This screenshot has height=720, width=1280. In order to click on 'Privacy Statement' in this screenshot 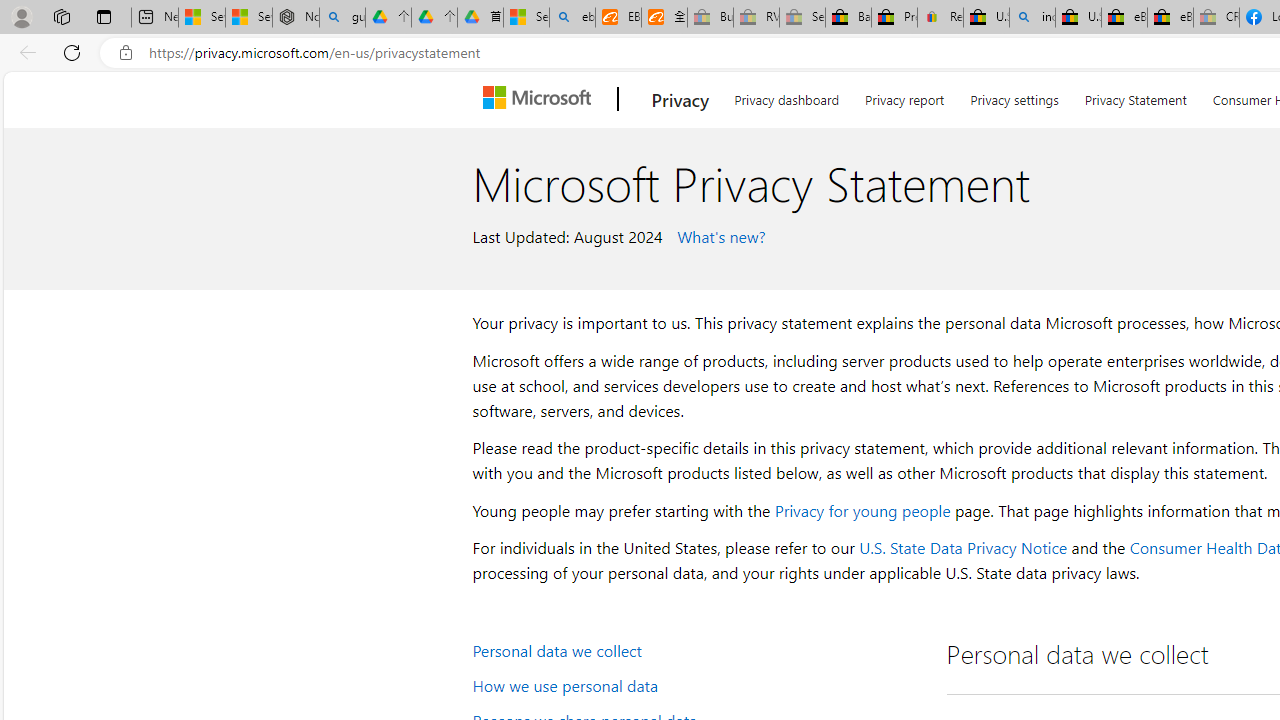, I will do `click(1135, 96)`.